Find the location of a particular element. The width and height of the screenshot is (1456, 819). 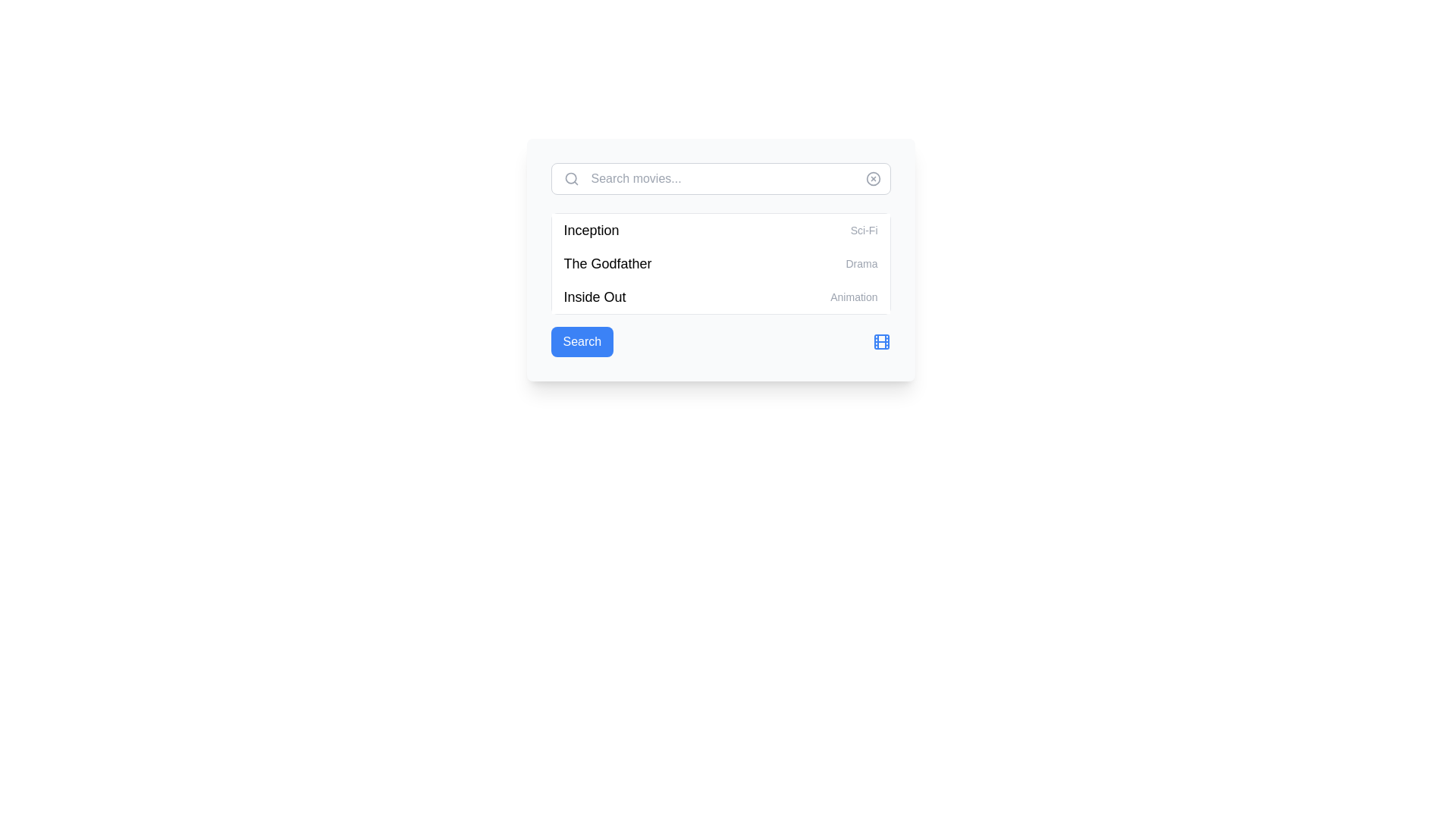

the text 'Inside Out' which is presented in a bold typeface is located at coordinates (594, 297).